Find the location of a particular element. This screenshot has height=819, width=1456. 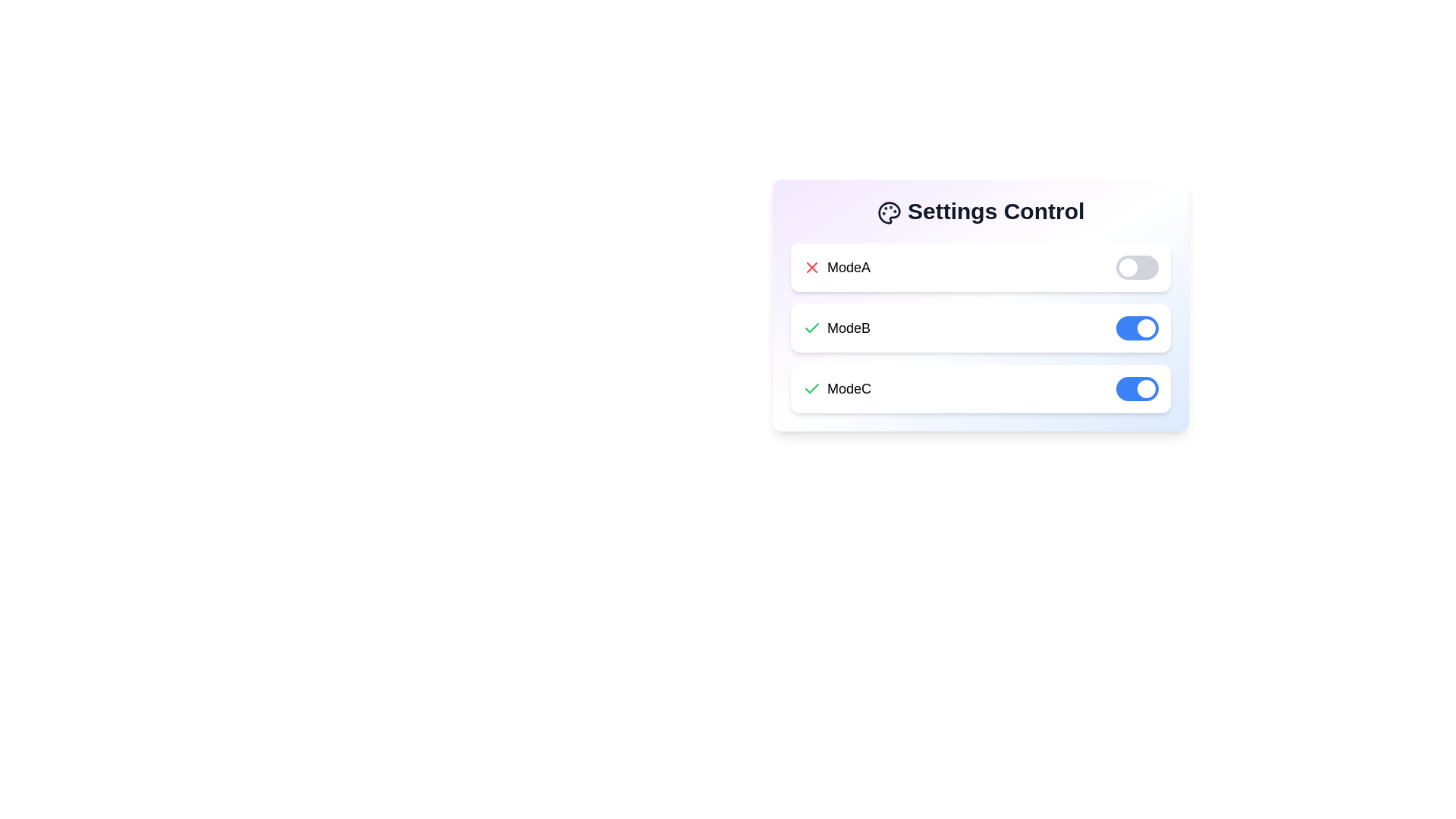

the toggle indicator located at the right end of the toggle switch in the 'ModeC' settings is located at coordinates (1147, 388).